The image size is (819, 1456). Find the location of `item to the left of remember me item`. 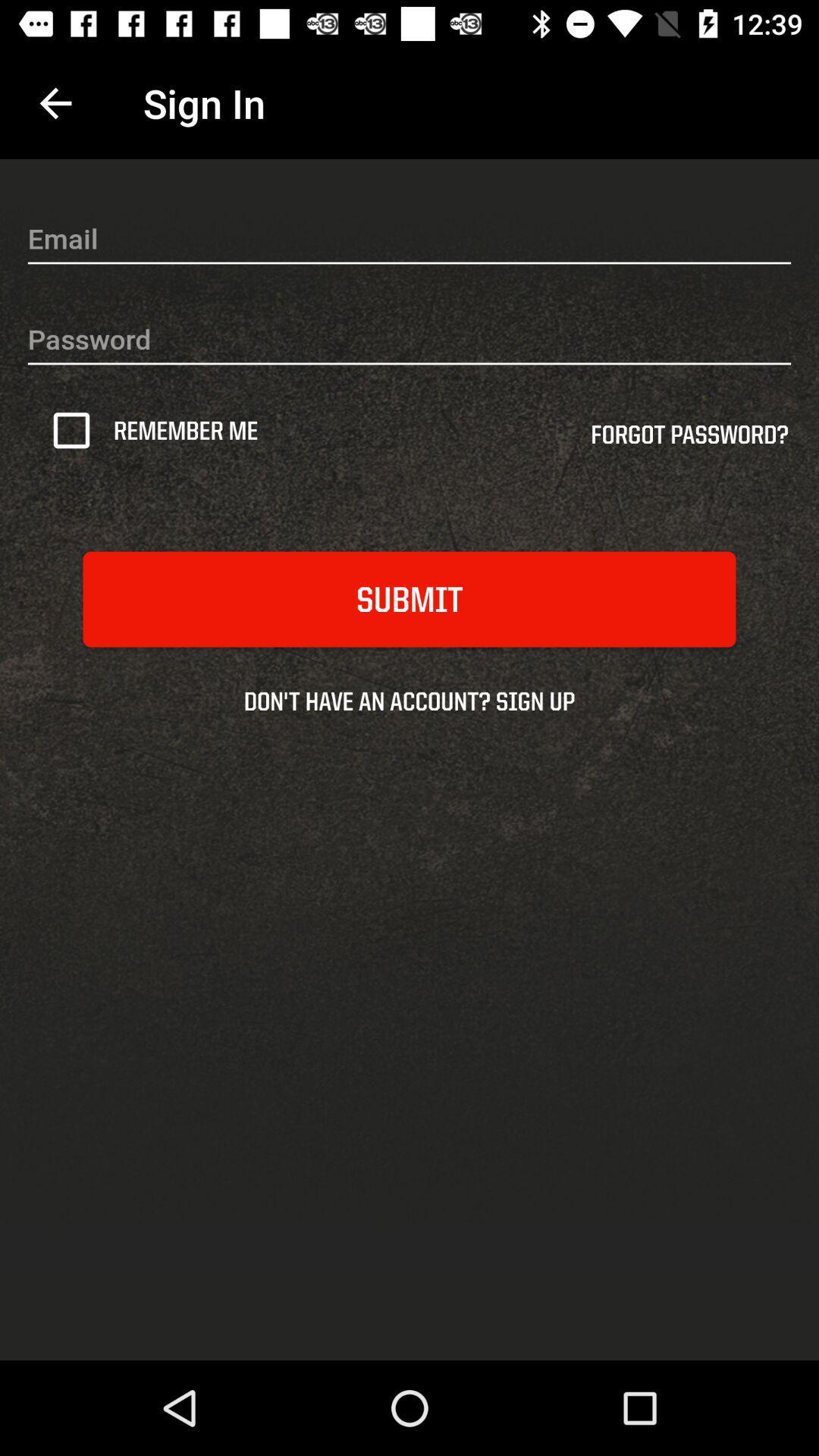

item to the left of remember me item is located at coordinates (77, 429).